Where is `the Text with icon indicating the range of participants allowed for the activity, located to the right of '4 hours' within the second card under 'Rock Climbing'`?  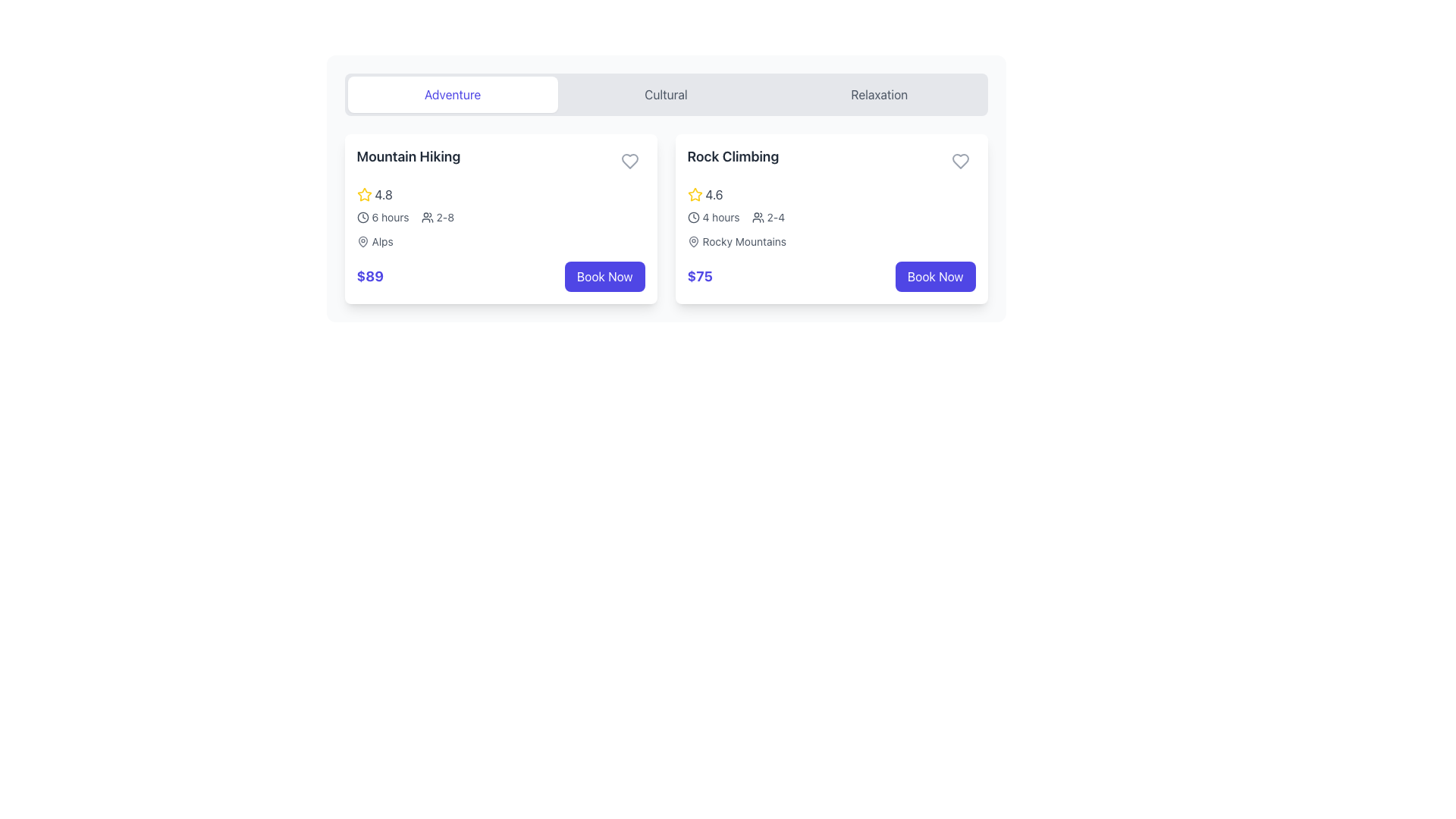
the Text with icon indicating the range of participants allowed for the activity, located to the right of '4 hours' within the second card under 'Rock Climbing' is located at coordinates (768, 217).